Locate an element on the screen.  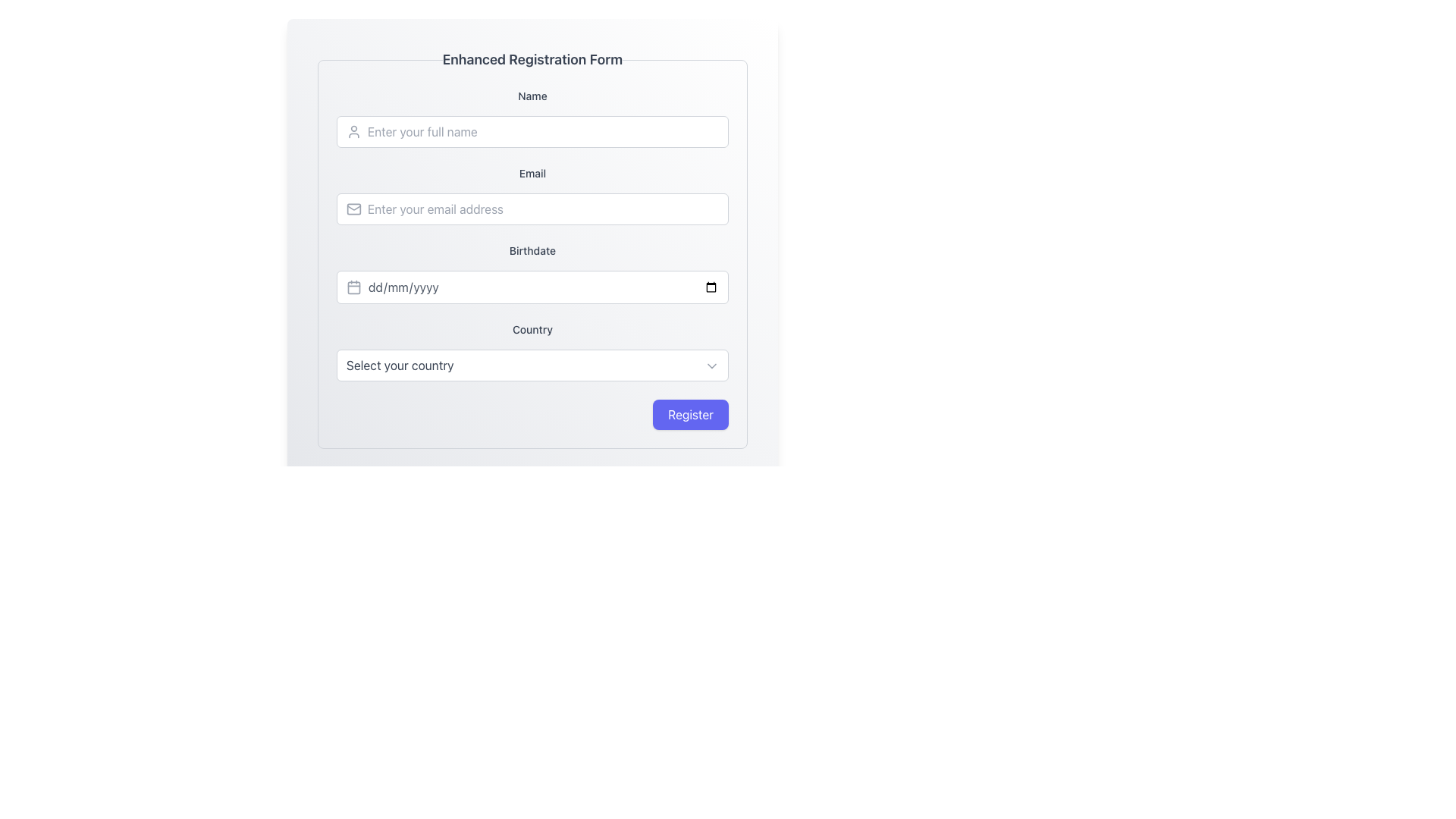
the submit button located at the bottom right of the form is located at coordinates (690, 415).